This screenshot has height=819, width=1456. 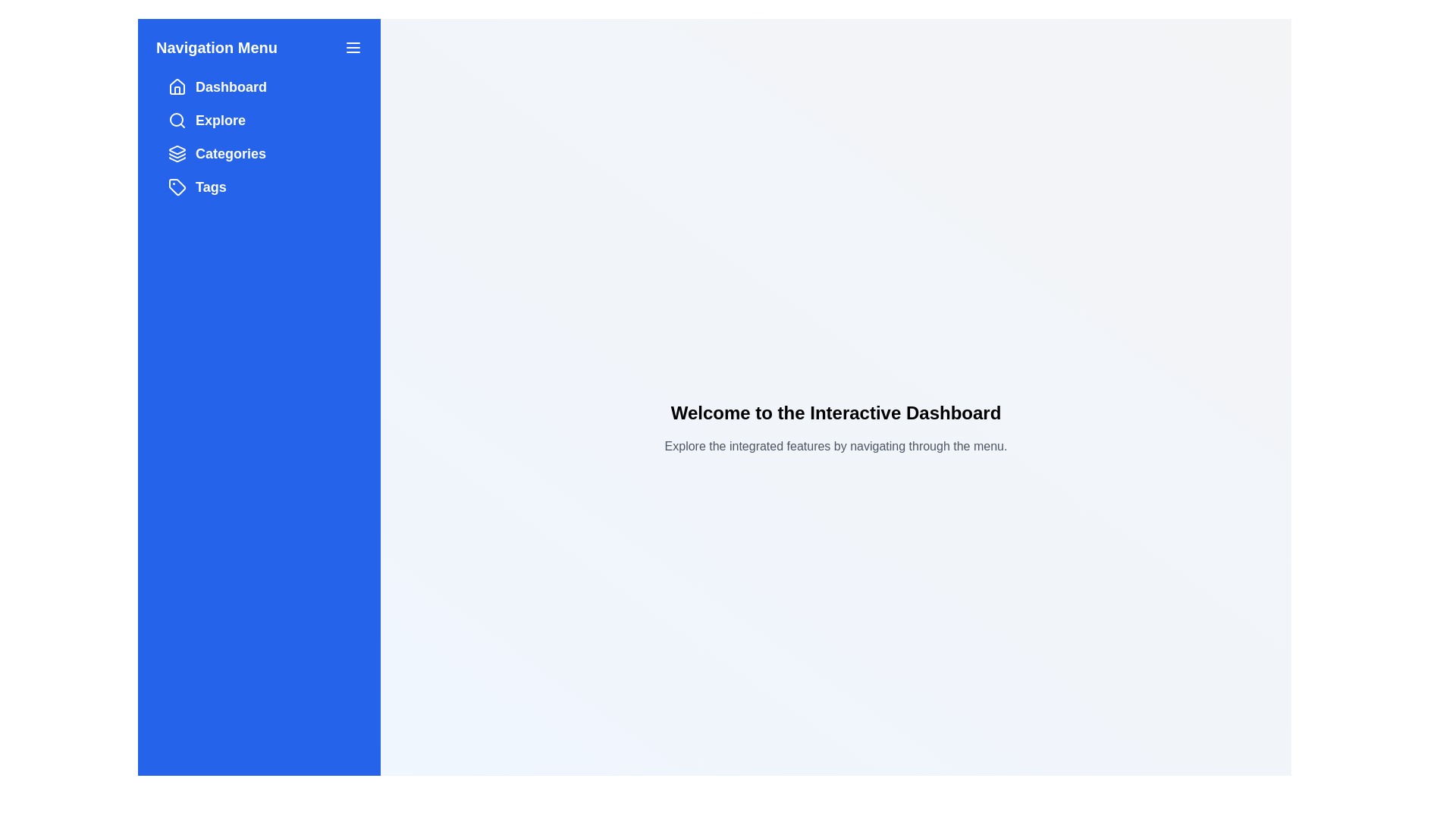 What do you see at coordinates (259, 119) in the screenshot?
I see `the menu item labeled Explore` at bounding box center [259, 119].